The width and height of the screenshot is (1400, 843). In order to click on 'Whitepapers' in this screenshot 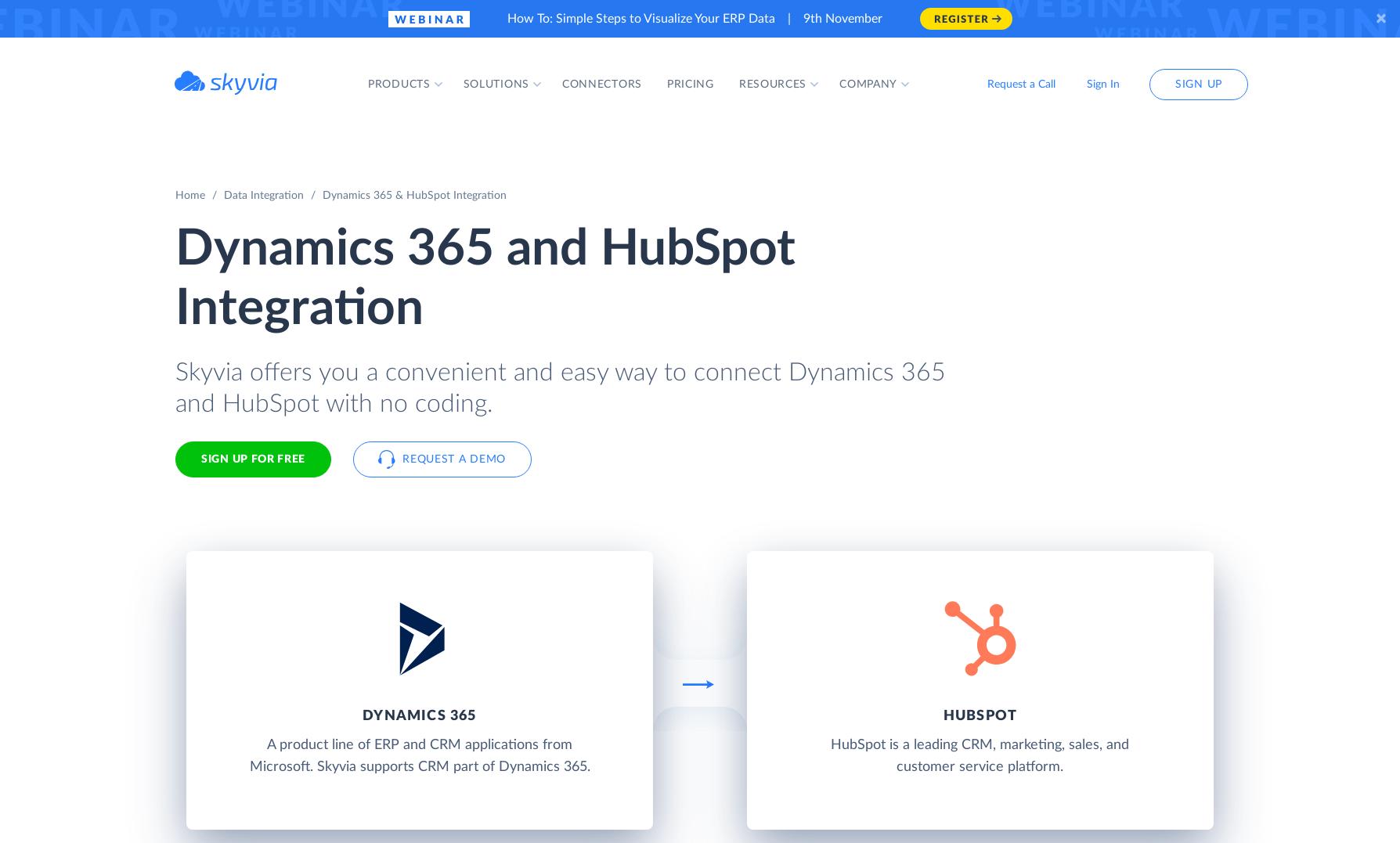, I will do `click(760, 262)`.